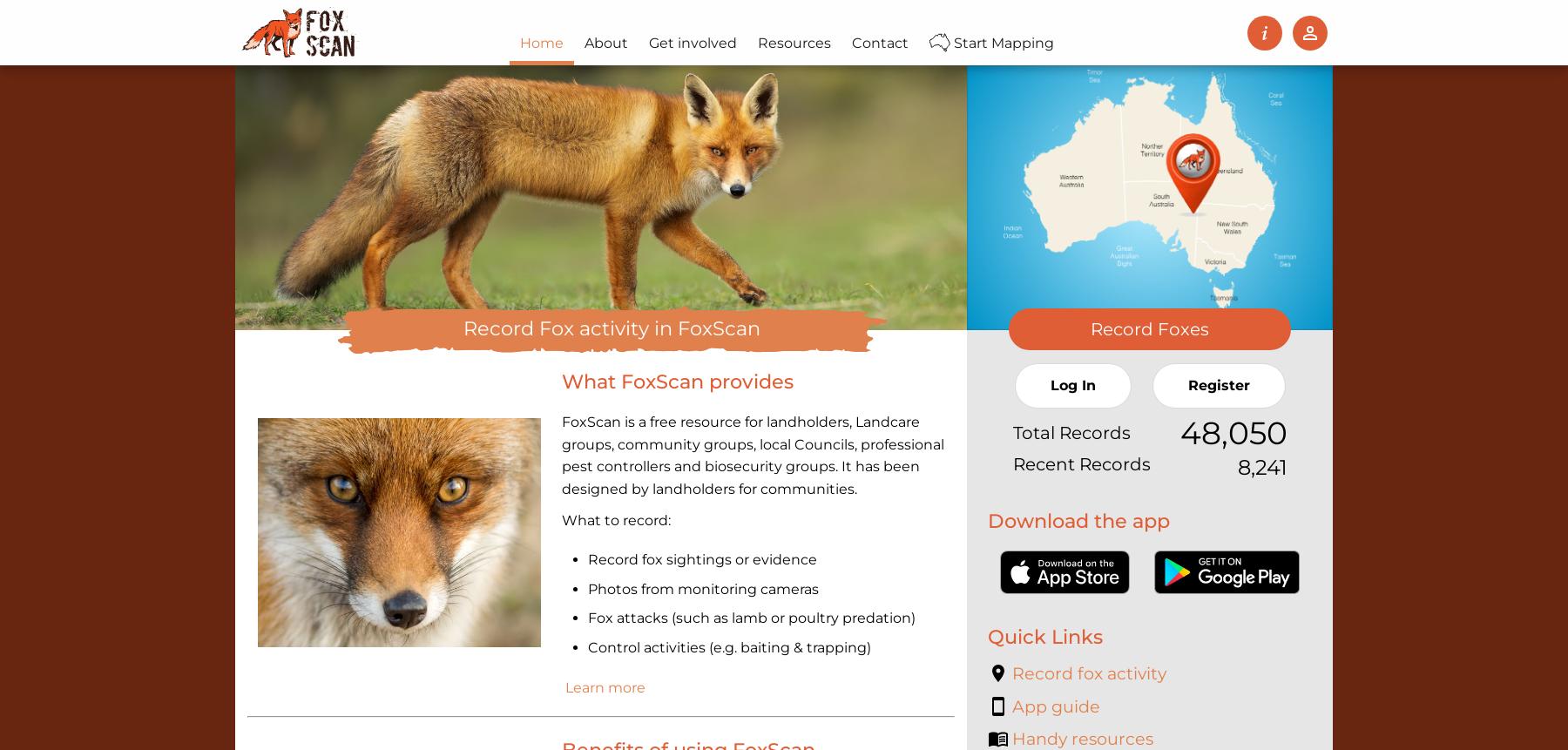 This screenshot has height=750, width=1568. I want to click on 'Start Mapping', so click(1002, 43).